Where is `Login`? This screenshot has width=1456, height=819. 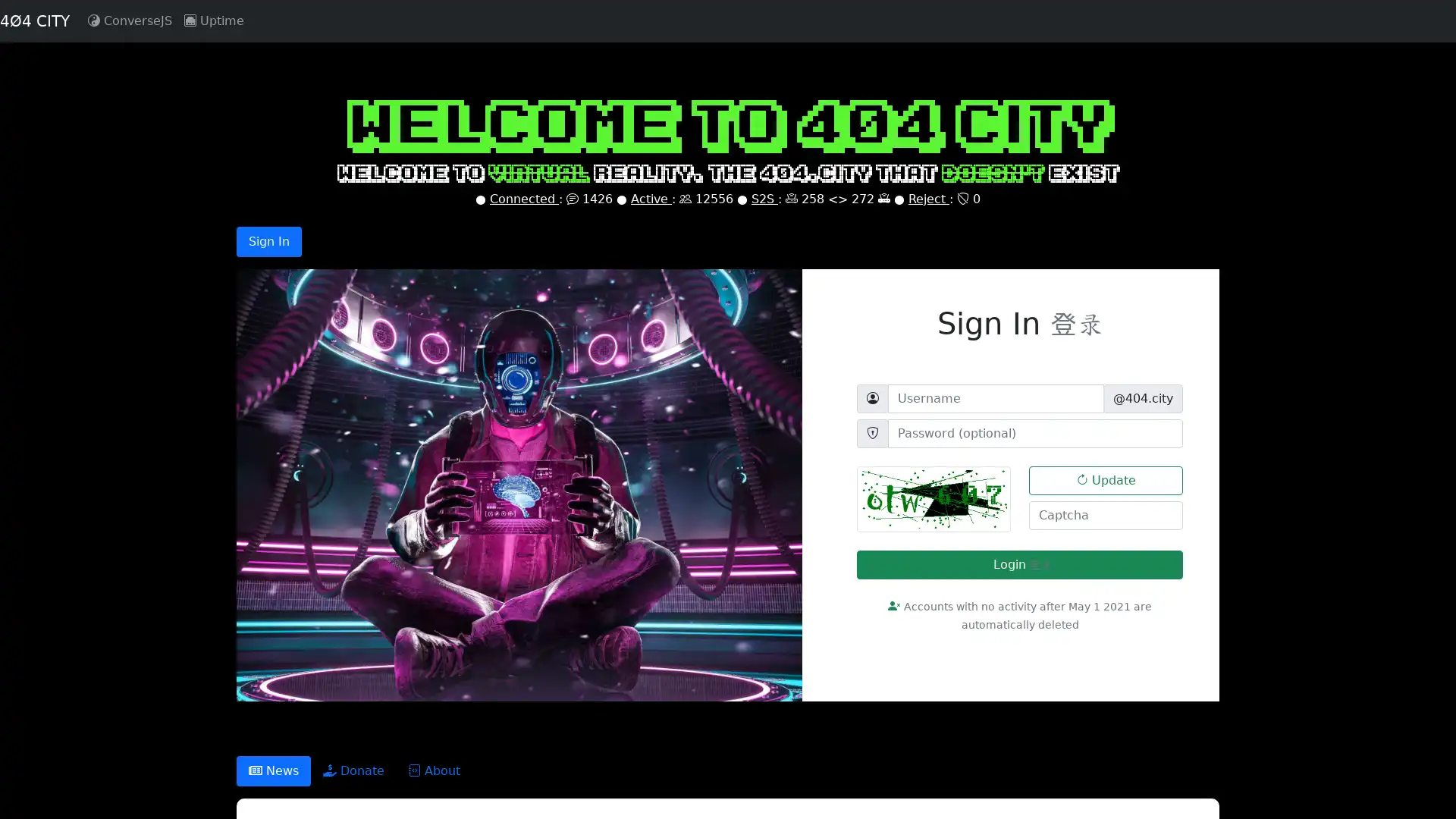 Login is located at coordinates (1019, 564).